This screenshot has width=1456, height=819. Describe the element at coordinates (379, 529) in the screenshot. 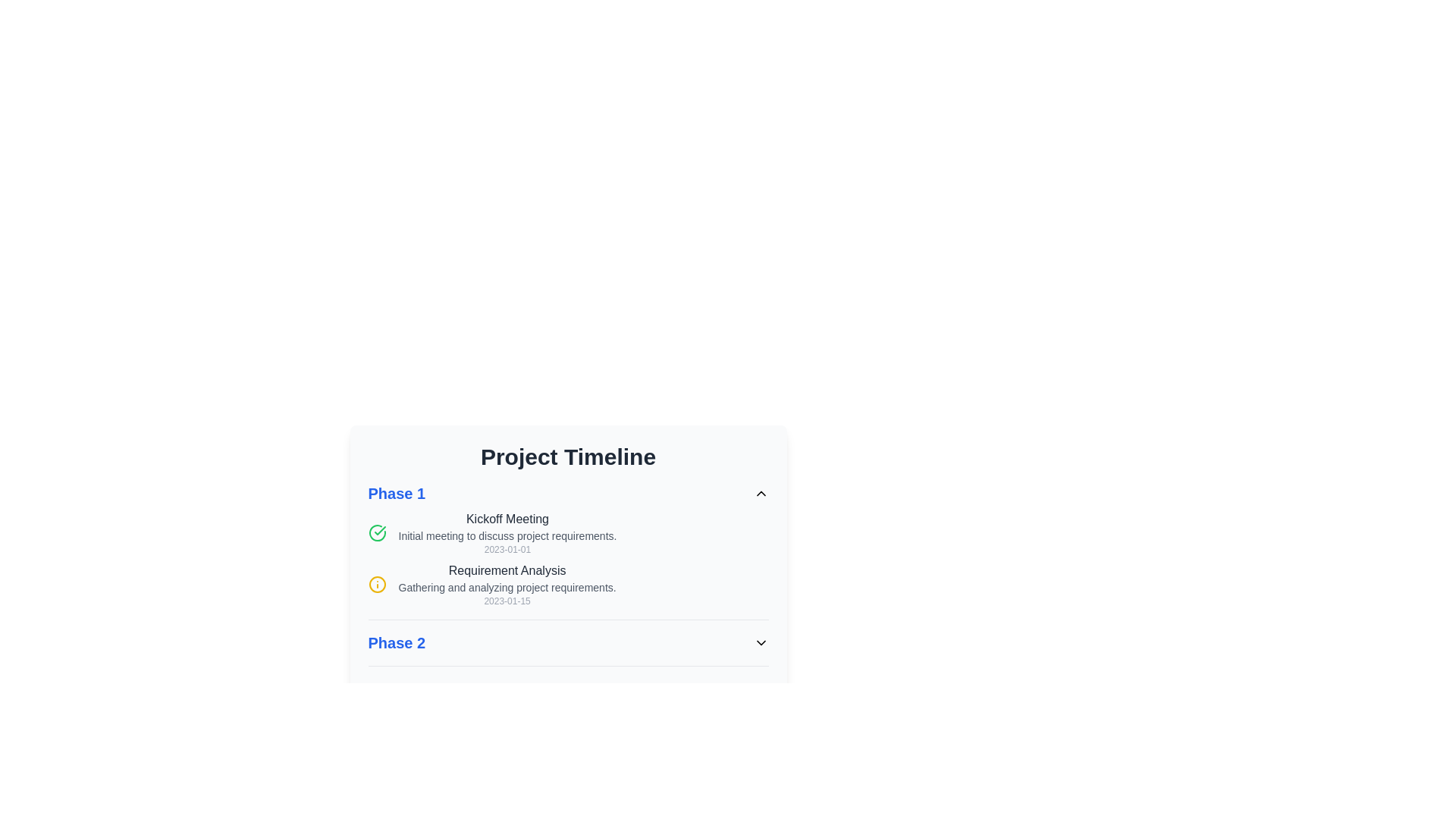

I see `the checkmark icon within the circular frame, located next to the 'Kickoff Meeting' text in the 'Phase 1' area of the 'Project Timeline'` at that location.